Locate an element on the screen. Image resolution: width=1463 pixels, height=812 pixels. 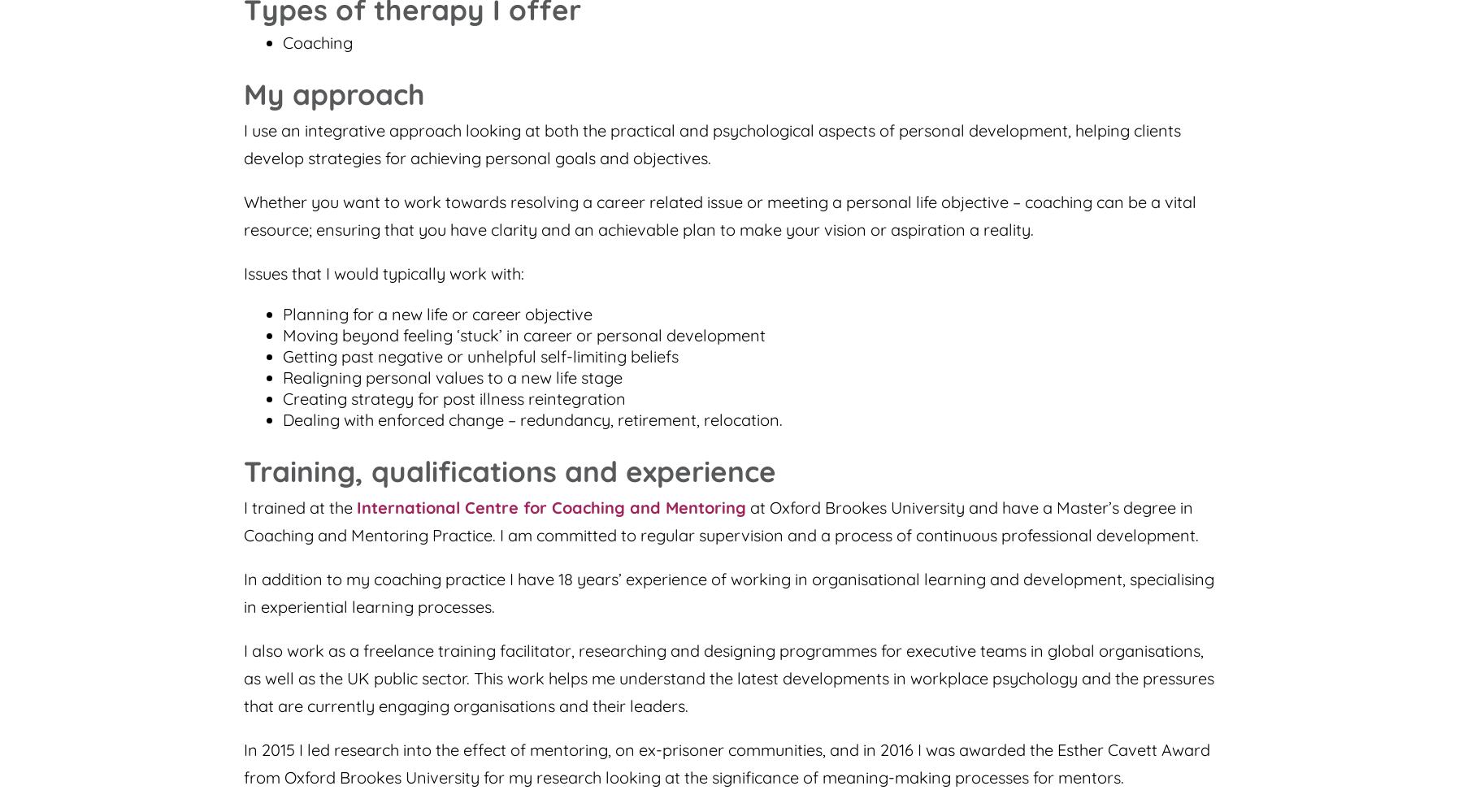
'Dealing with enforced change – redundancy, retirement, relocation.' is located at coordinates (532, 419).